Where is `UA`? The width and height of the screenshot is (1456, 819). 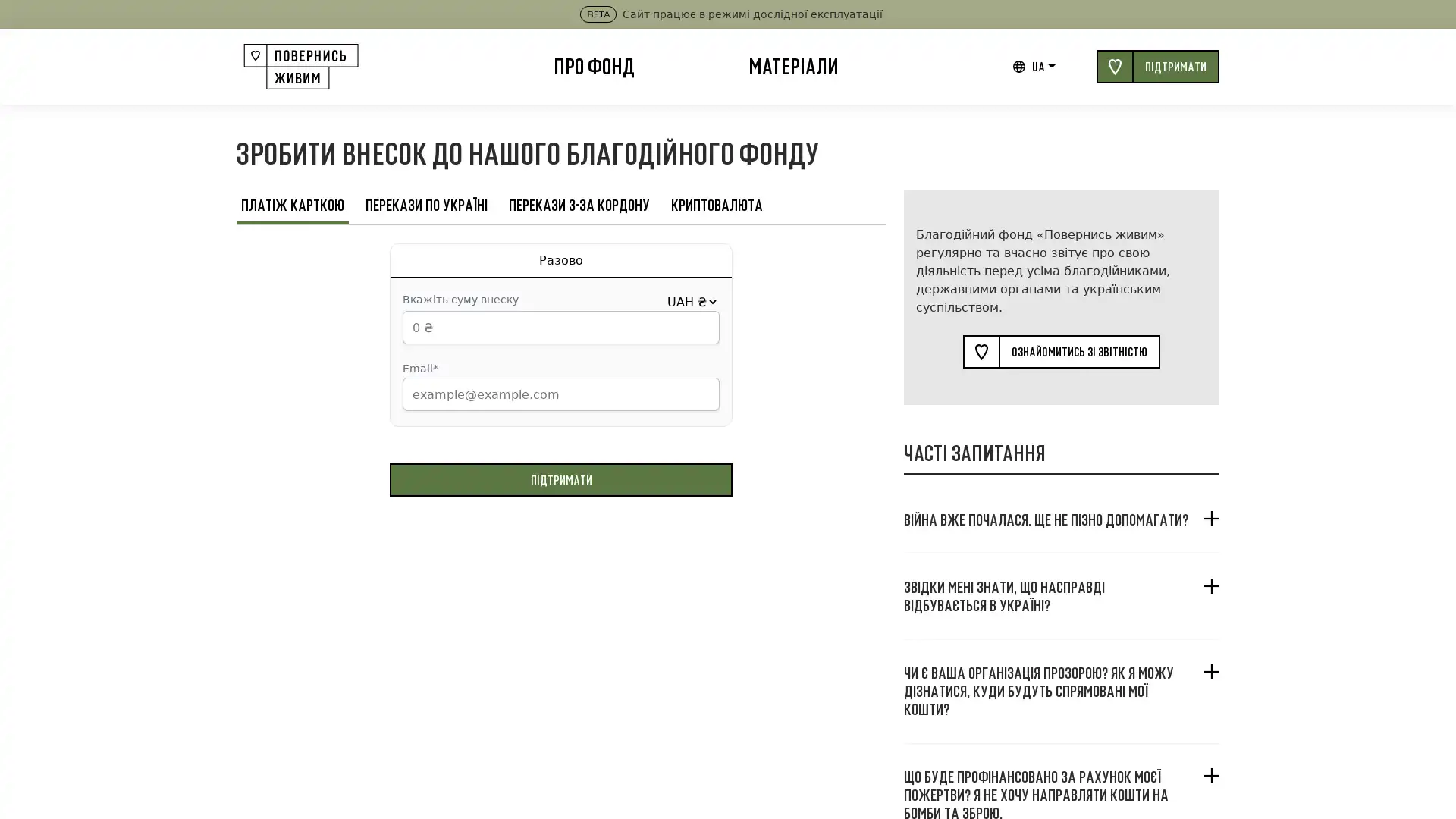
UA is located at coordinates (1043, 66).